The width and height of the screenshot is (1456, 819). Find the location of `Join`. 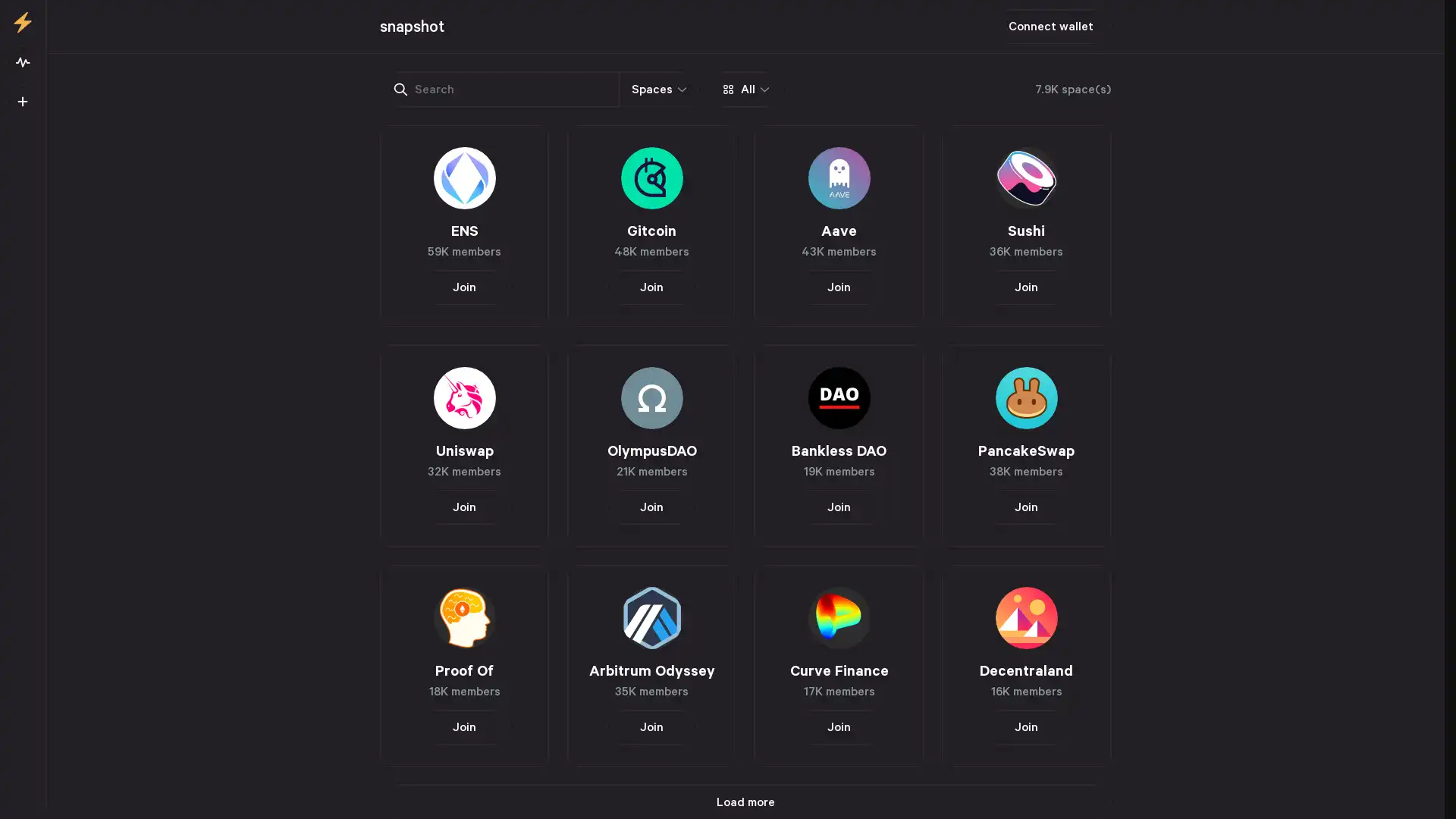

Join is located at coordinates (651, 507).